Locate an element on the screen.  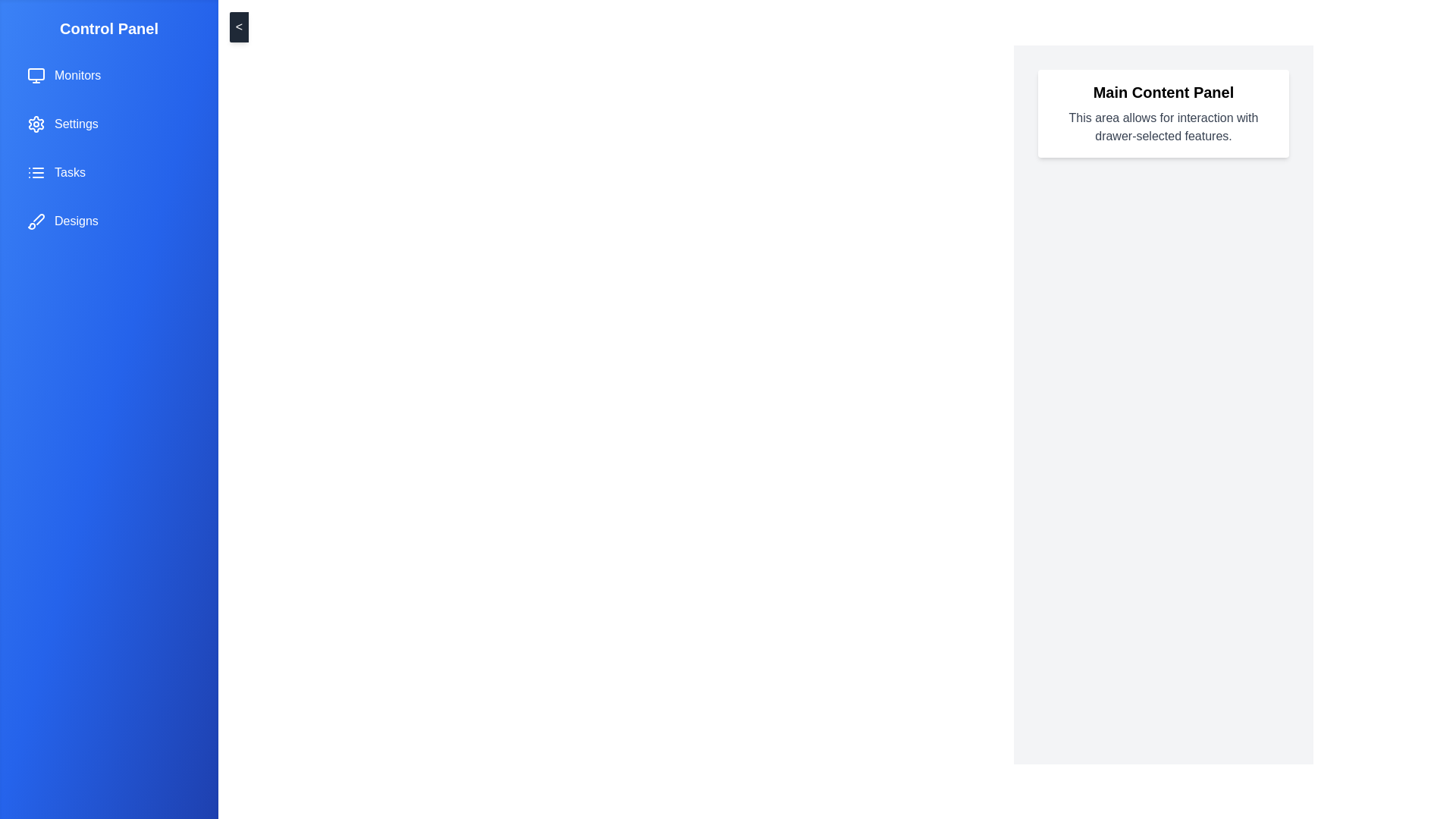
the main content panel to focus on it is located at coordinates (1163, 454).